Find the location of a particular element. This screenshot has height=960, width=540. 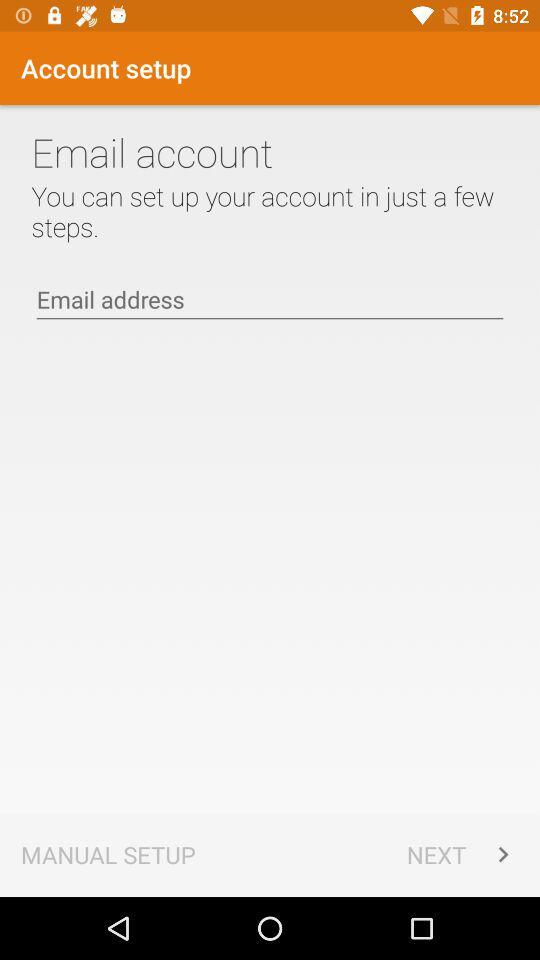

the app to the left of the next is located at coordinates (108, 853).